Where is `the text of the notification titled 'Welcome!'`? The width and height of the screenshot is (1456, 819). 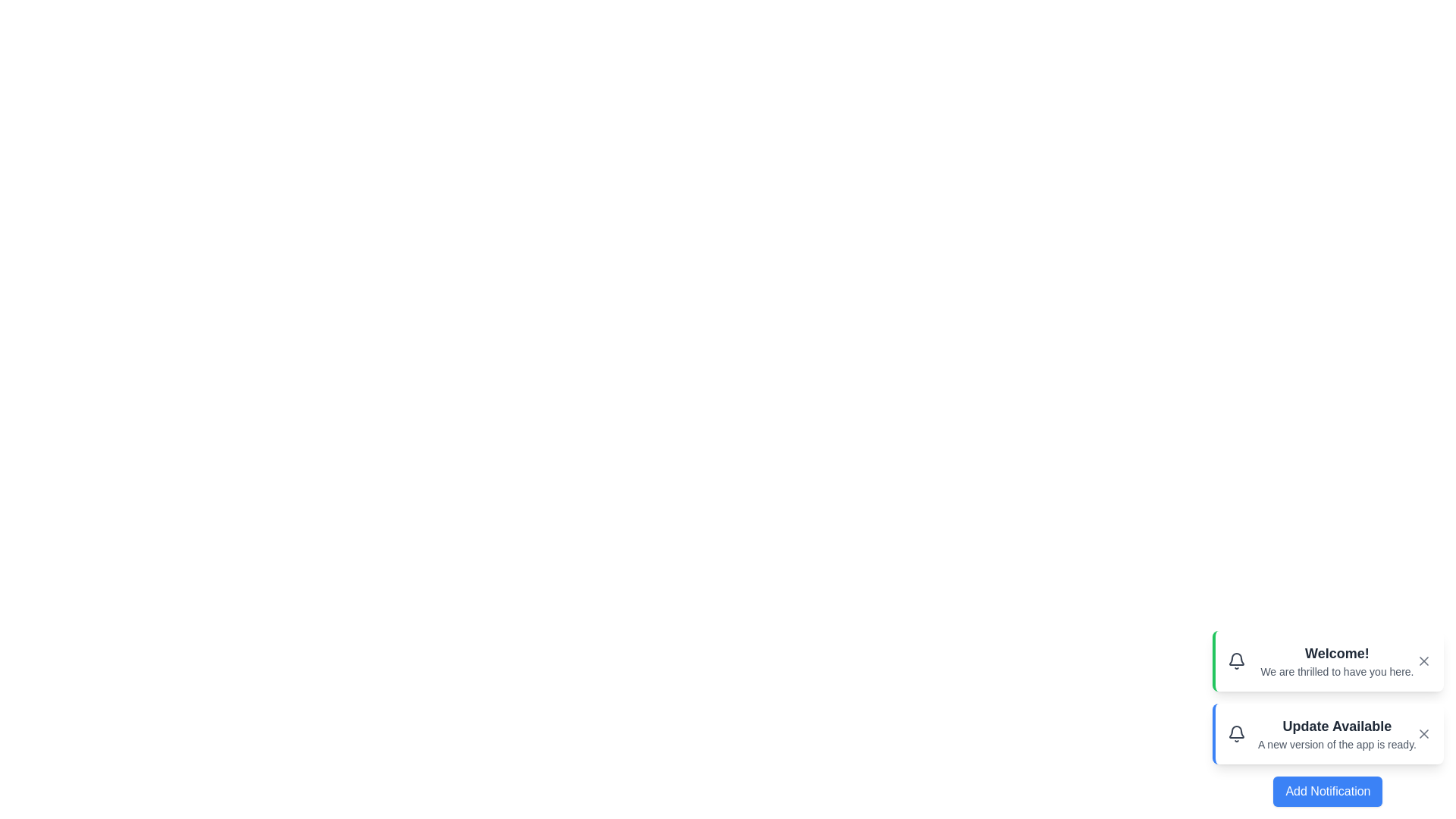 the text of the notification titled 'Welcome!' is located at coordinates (1337, 660).